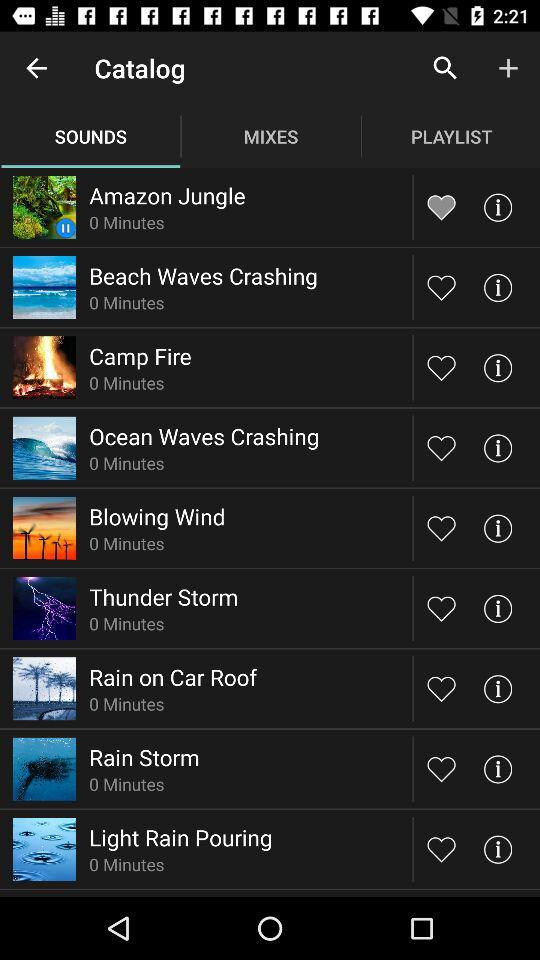 Image resolution: width=540 pixels, height=960 pixels. I want to click on for more information, so click(496, 286).